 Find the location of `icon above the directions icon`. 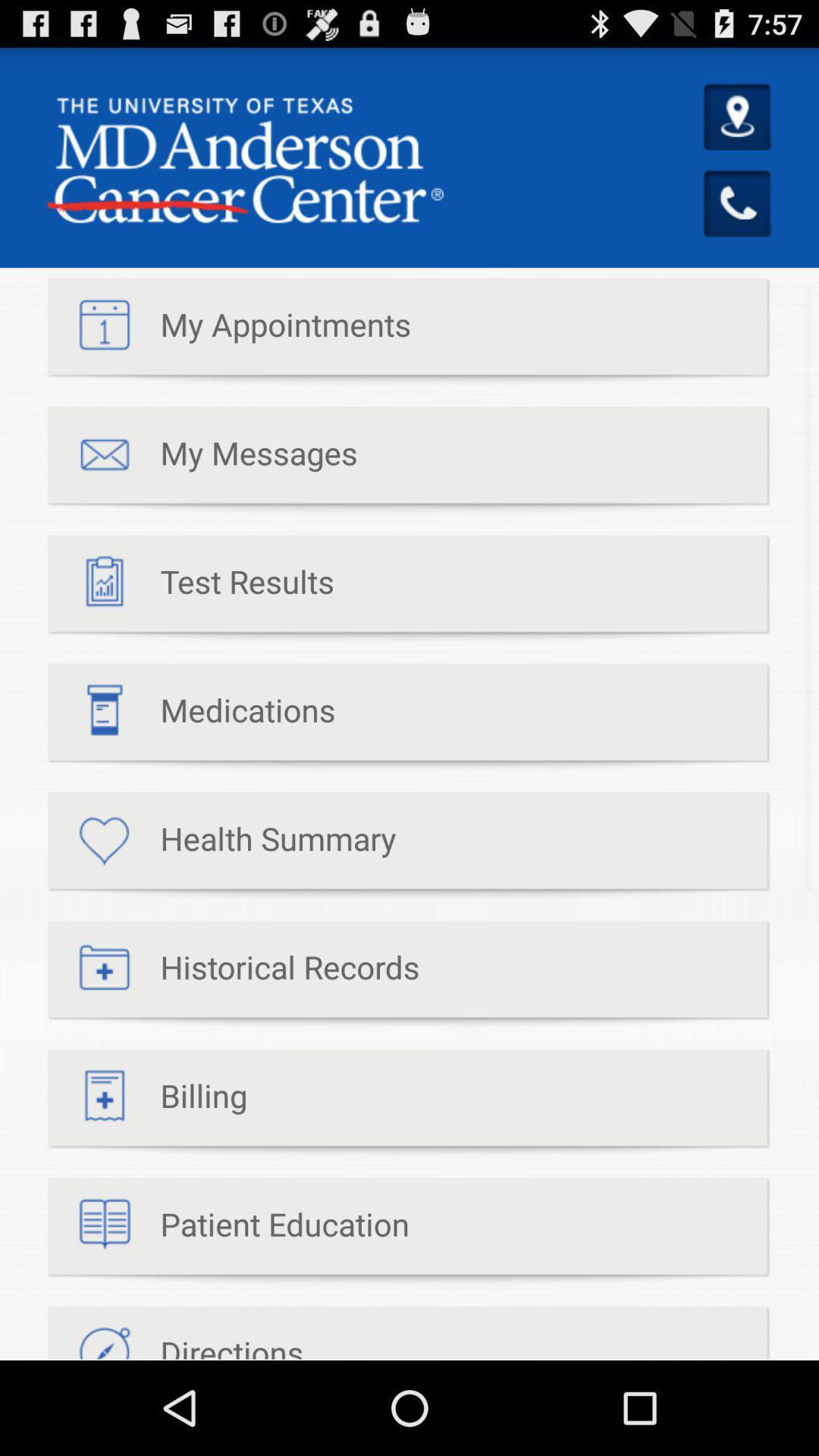

icon above the directions icon is located at coordinates (228, 1232).